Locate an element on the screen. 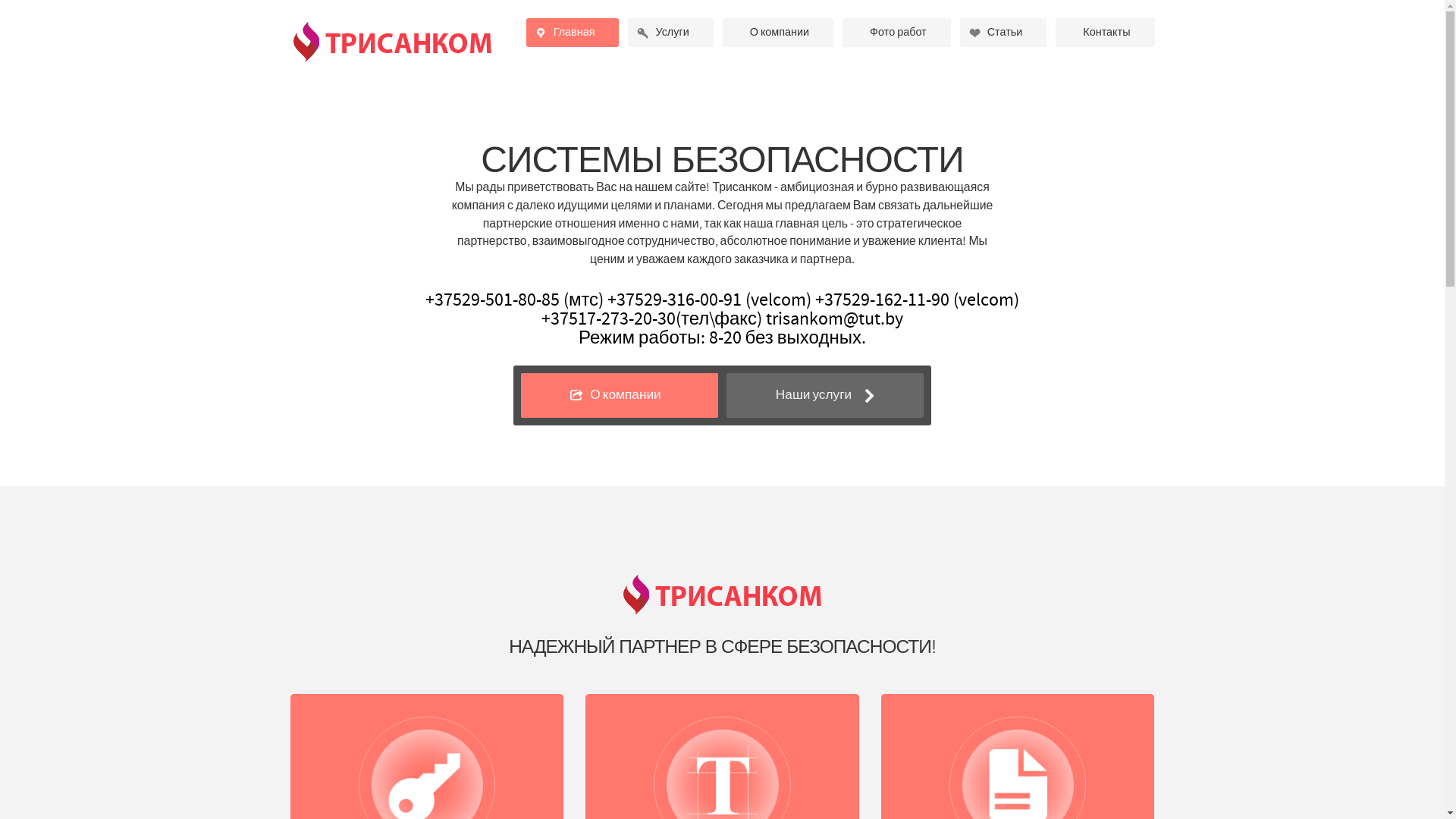  'trisankom@tut.by' is located at coordinates (833, 318).